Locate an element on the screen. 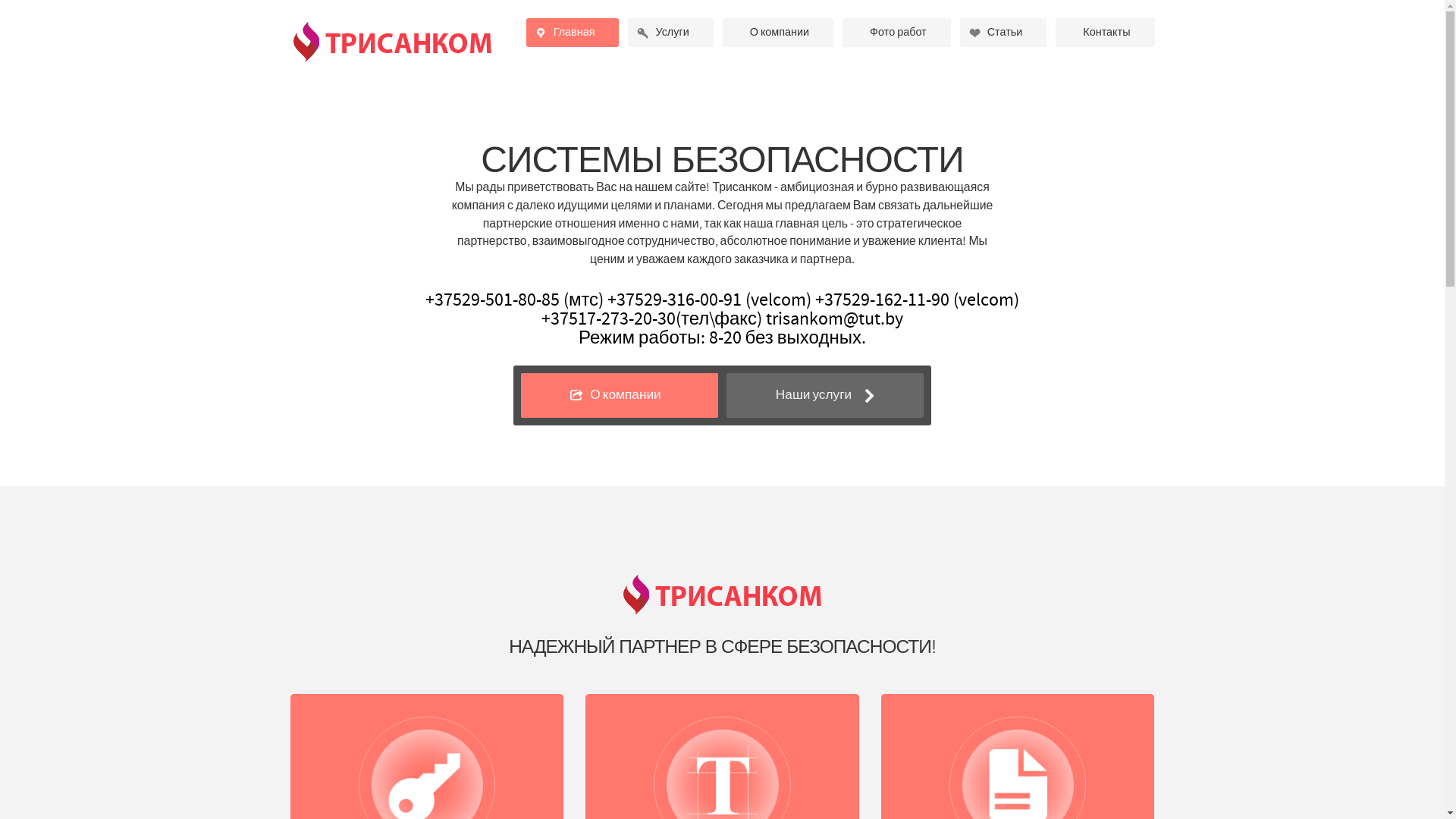  'trisankom@tut.by' is located at coordinates (833, 318).